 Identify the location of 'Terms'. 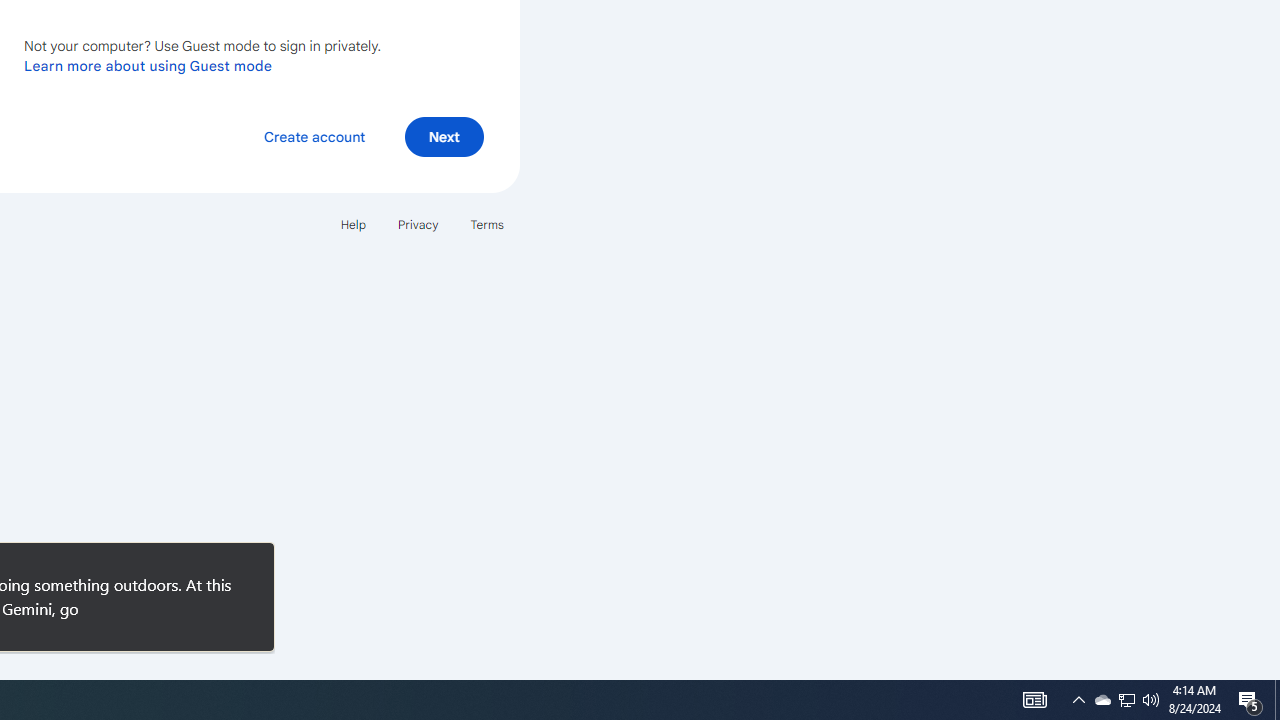
(487, 224).